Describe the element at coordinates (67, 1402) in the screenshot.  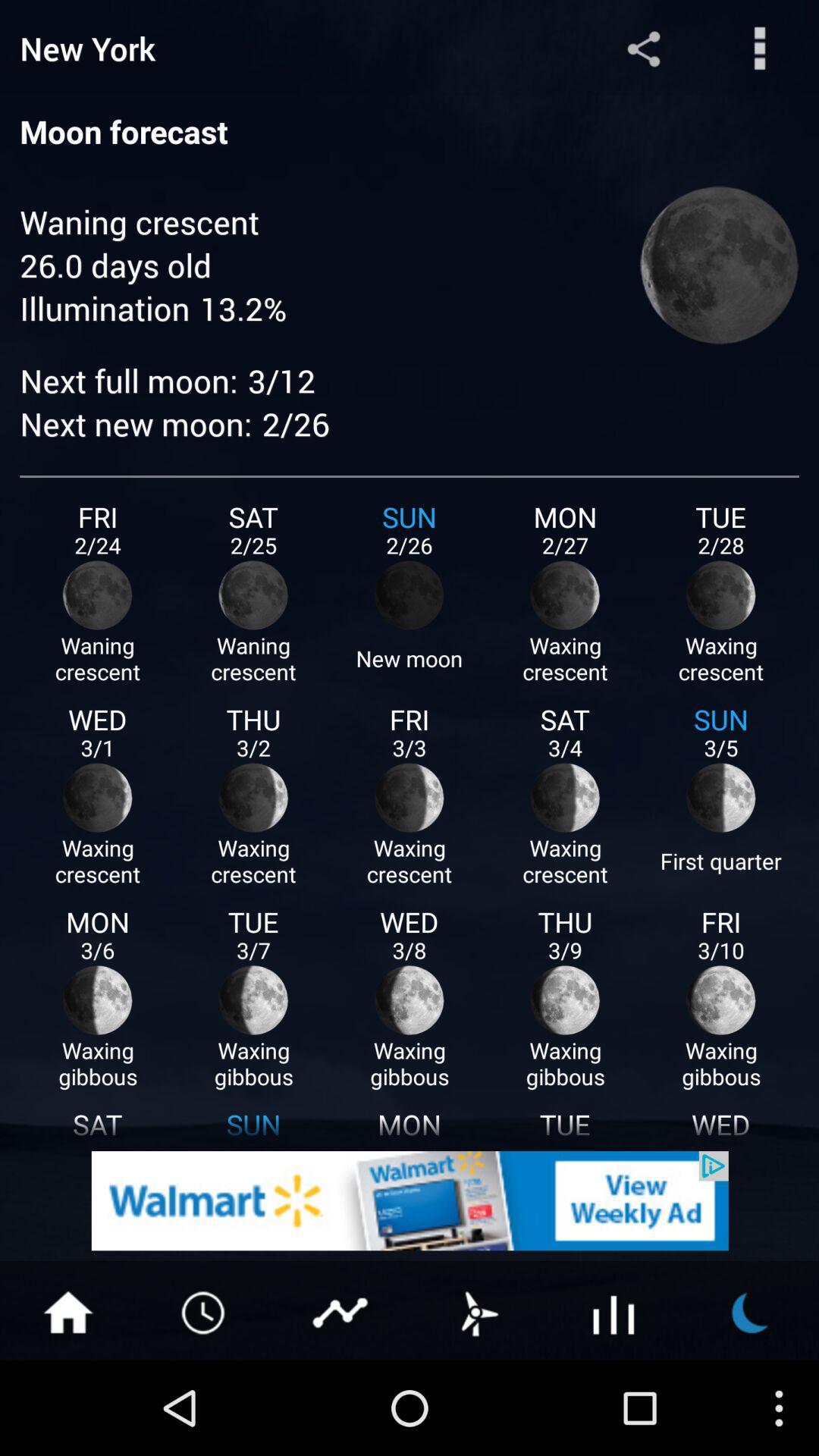
I see `the home icon` at that location.